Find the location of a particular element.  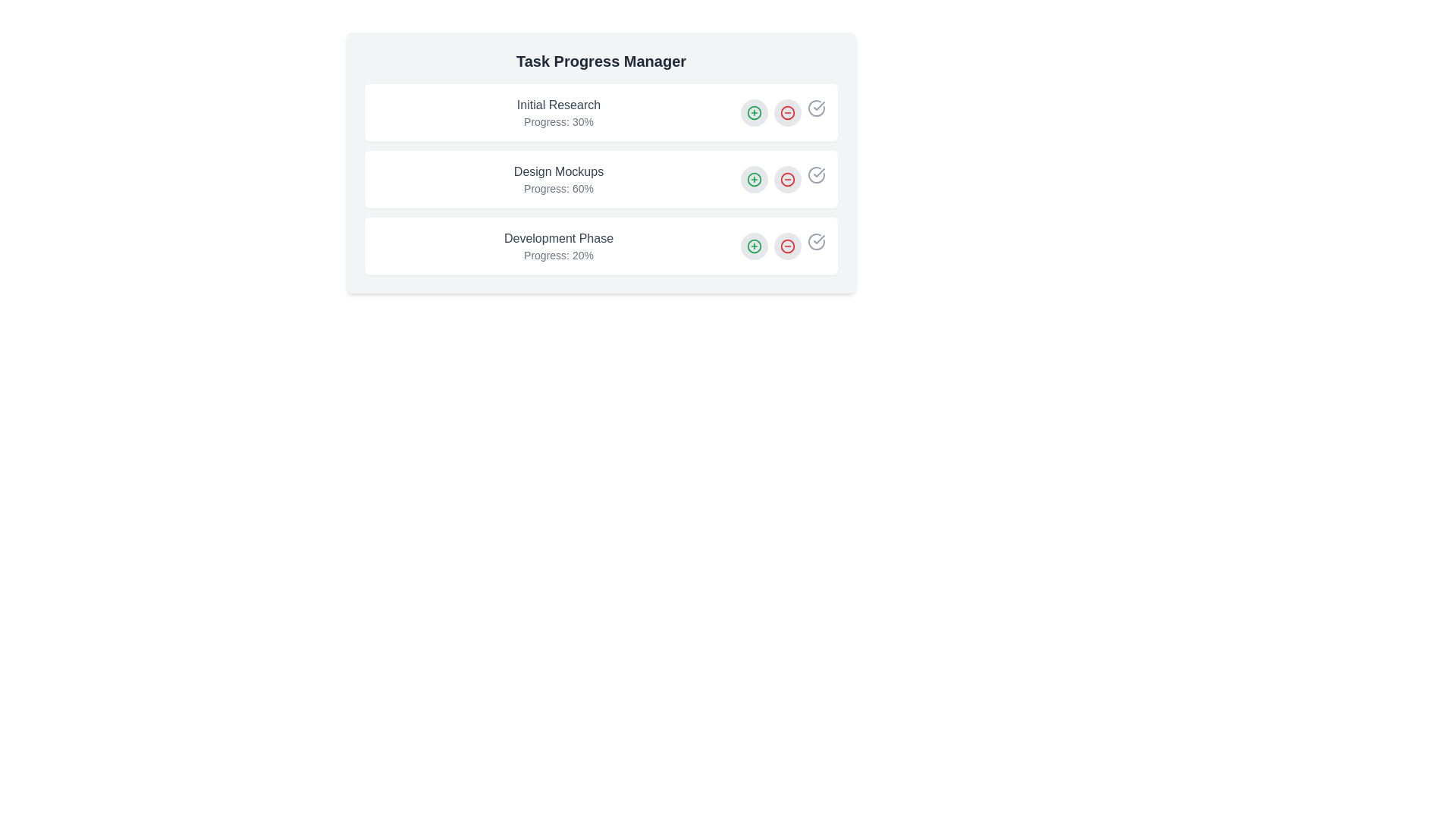

the circular icon with a gray outline and checkmark at its center, located next to the 'Design Mockups' row is located at coordinates (815, 174).